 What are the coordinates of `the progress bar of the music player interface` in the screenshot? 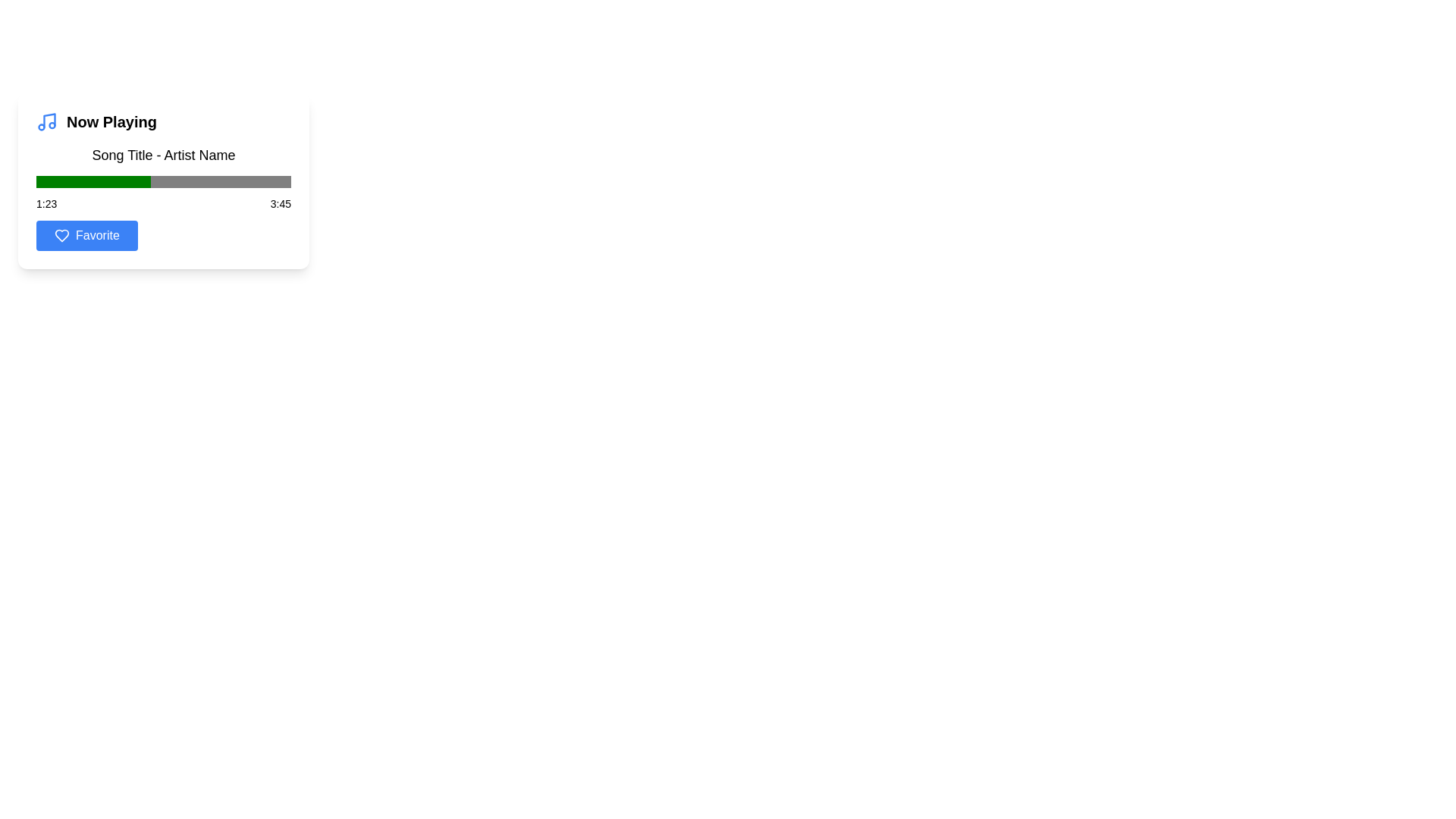 It's located at (164, 180).